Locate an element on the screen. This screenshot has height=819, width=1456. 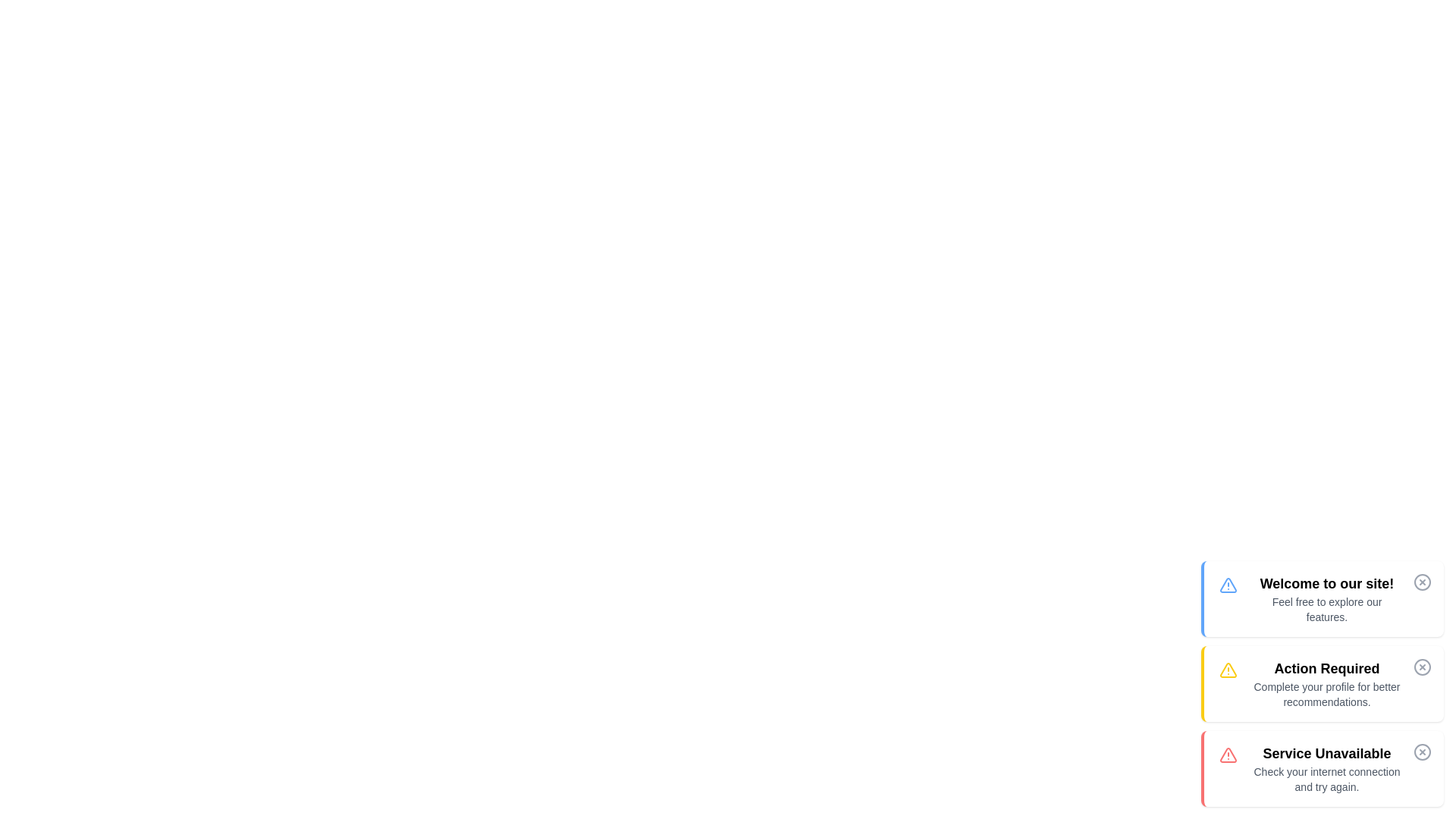
the close icon (circle with a cross) to dismiss the 'Service Unavailable' message is located at coordinates (1422, 752).